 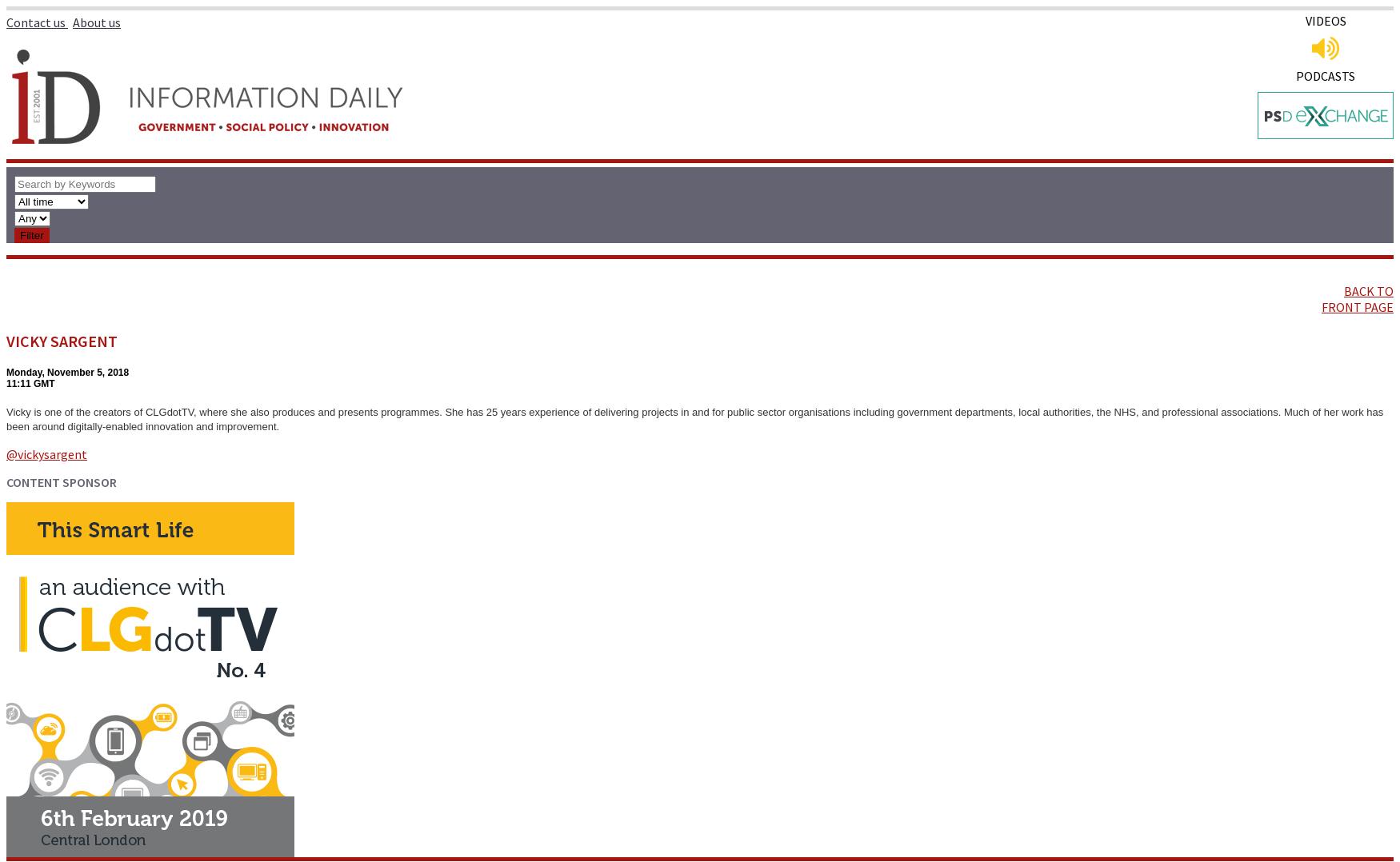 What do you see at coordinates (1357, 306) in the screenshot?
I see `'FRONT PAGE'` at bounding box center [1357, 306].